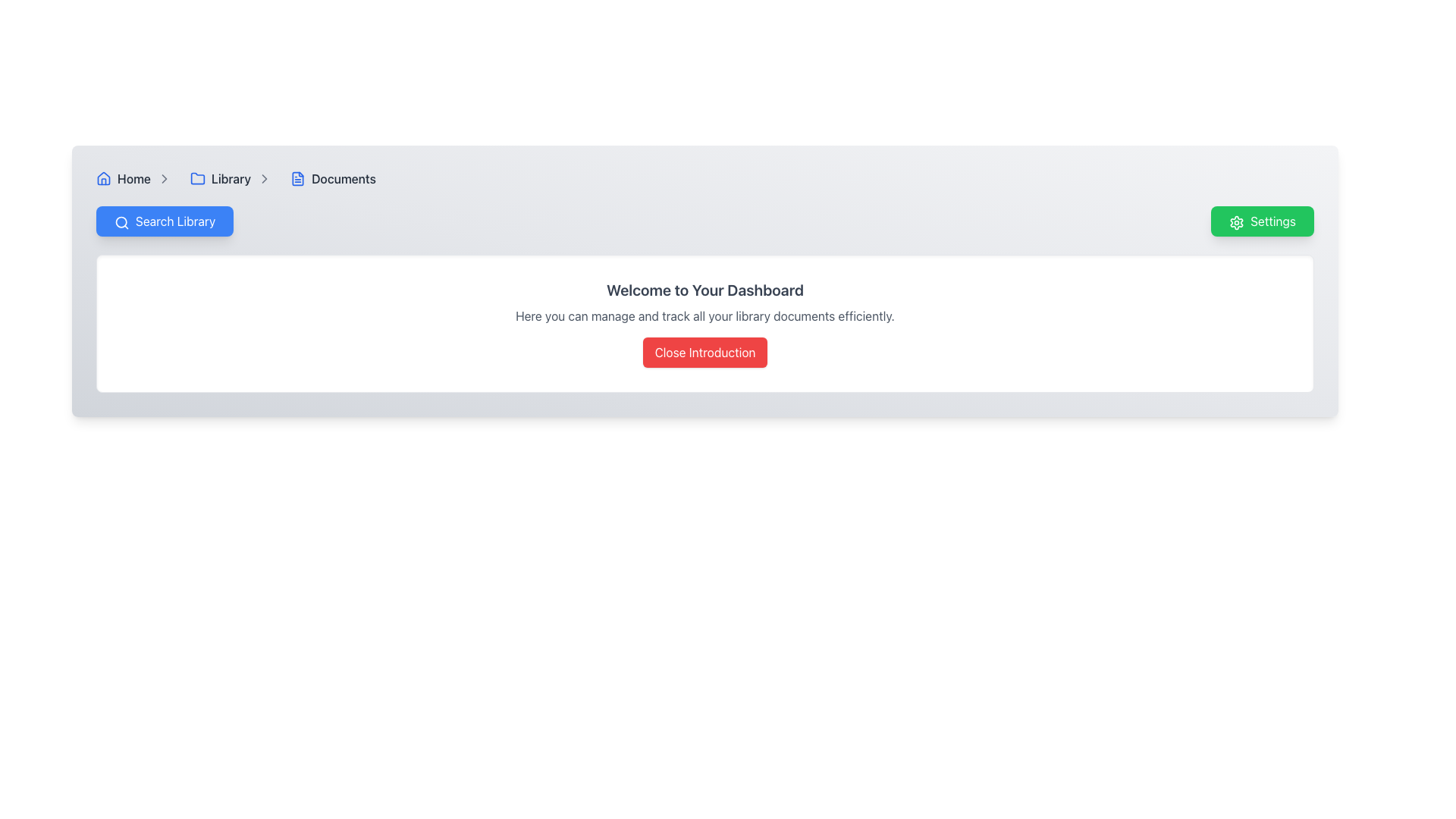 The image size is (1456, 819). Describe the element at coordinates (704, 353) in the screenshot. I see `the button located below the informational text 'Here you can manage and track all your library documents efficiently.'` at that location.